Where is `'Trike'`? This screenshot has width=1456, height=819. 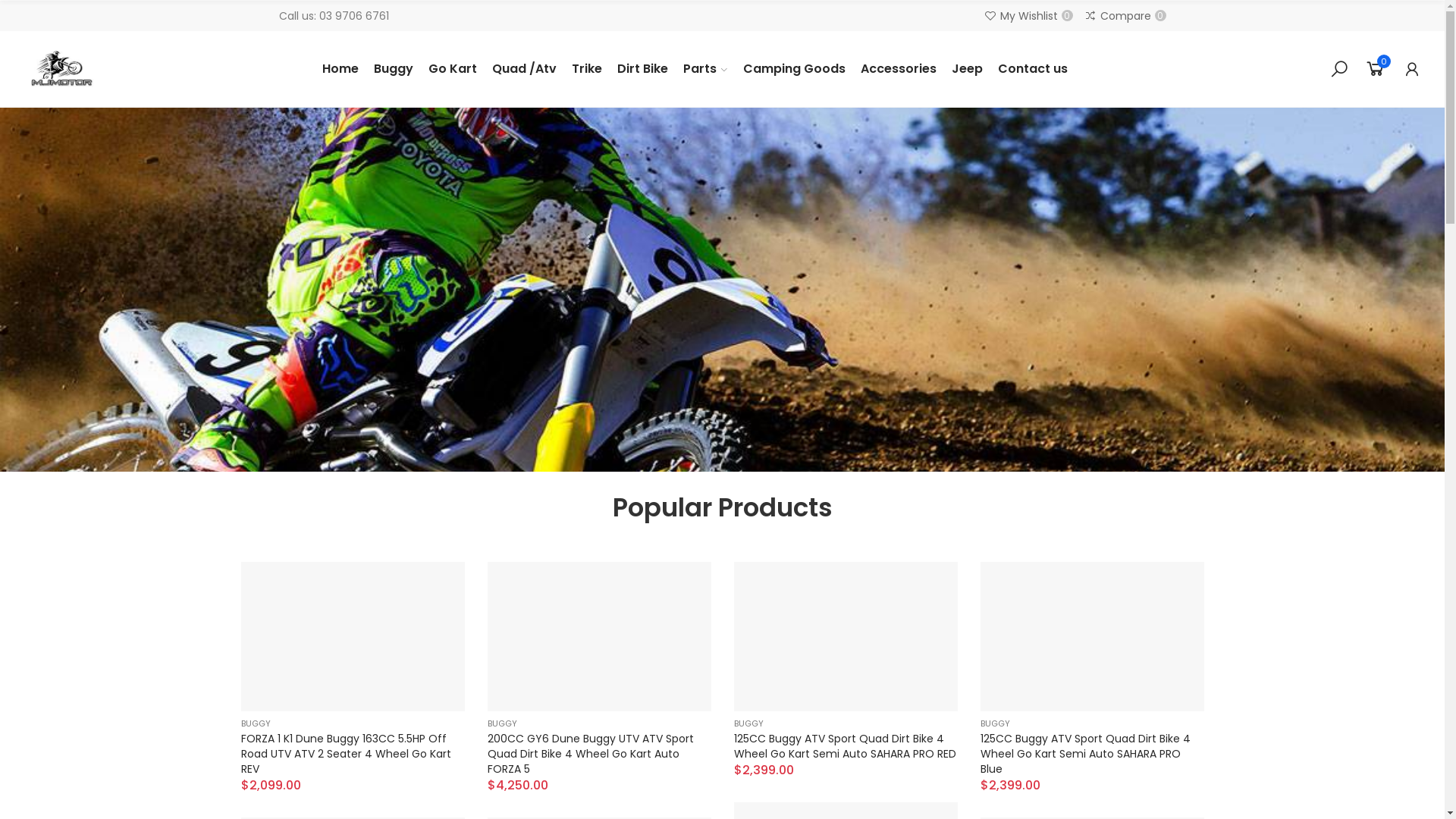
'Trike' is located at coordinates (585, 69).